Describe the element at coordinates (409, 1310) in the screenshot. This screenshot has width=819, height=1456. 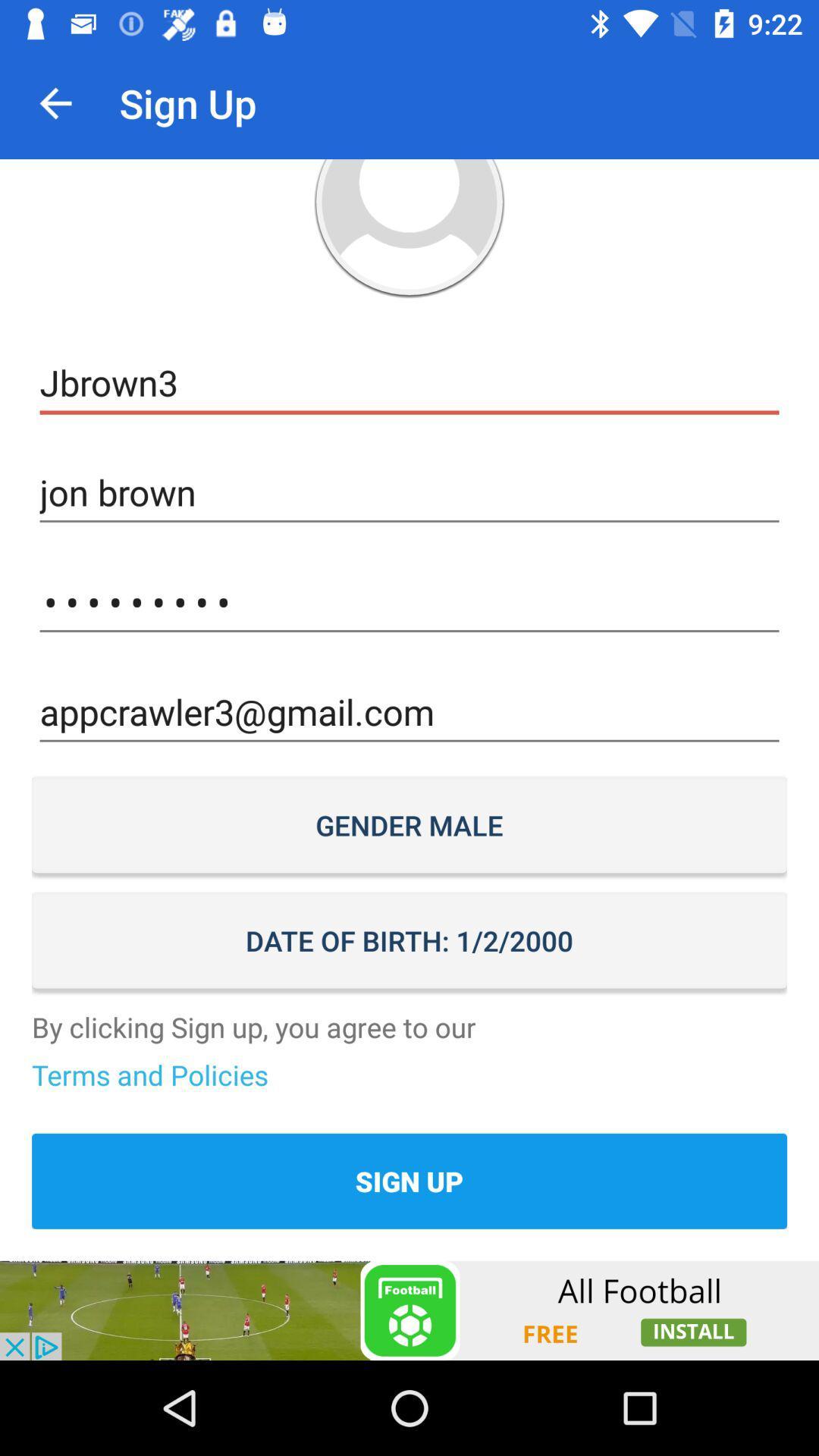
I see `advertisement` at that location.